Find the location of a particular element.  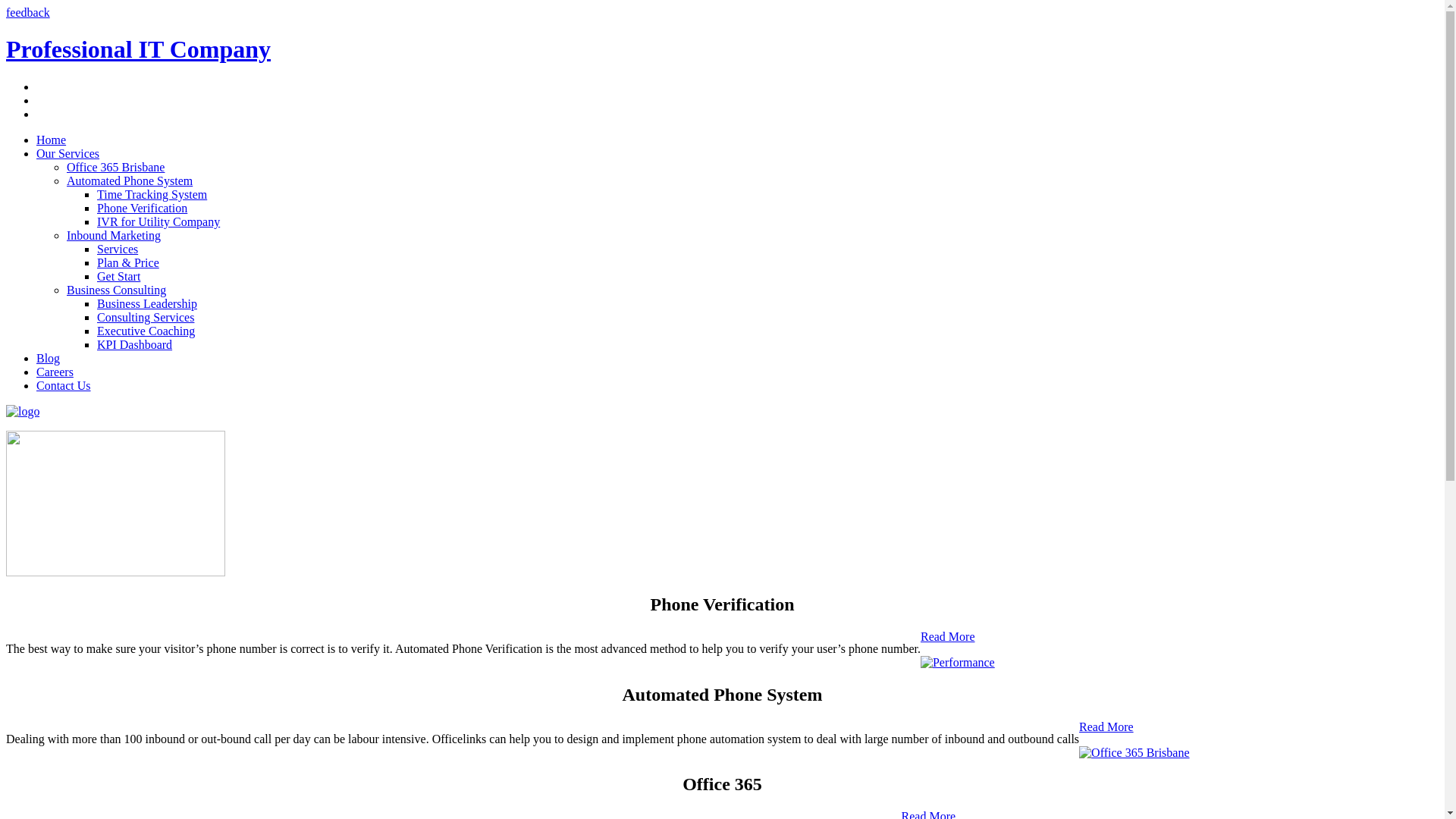

'Consulting Services' is located at coordinates (146, 316).